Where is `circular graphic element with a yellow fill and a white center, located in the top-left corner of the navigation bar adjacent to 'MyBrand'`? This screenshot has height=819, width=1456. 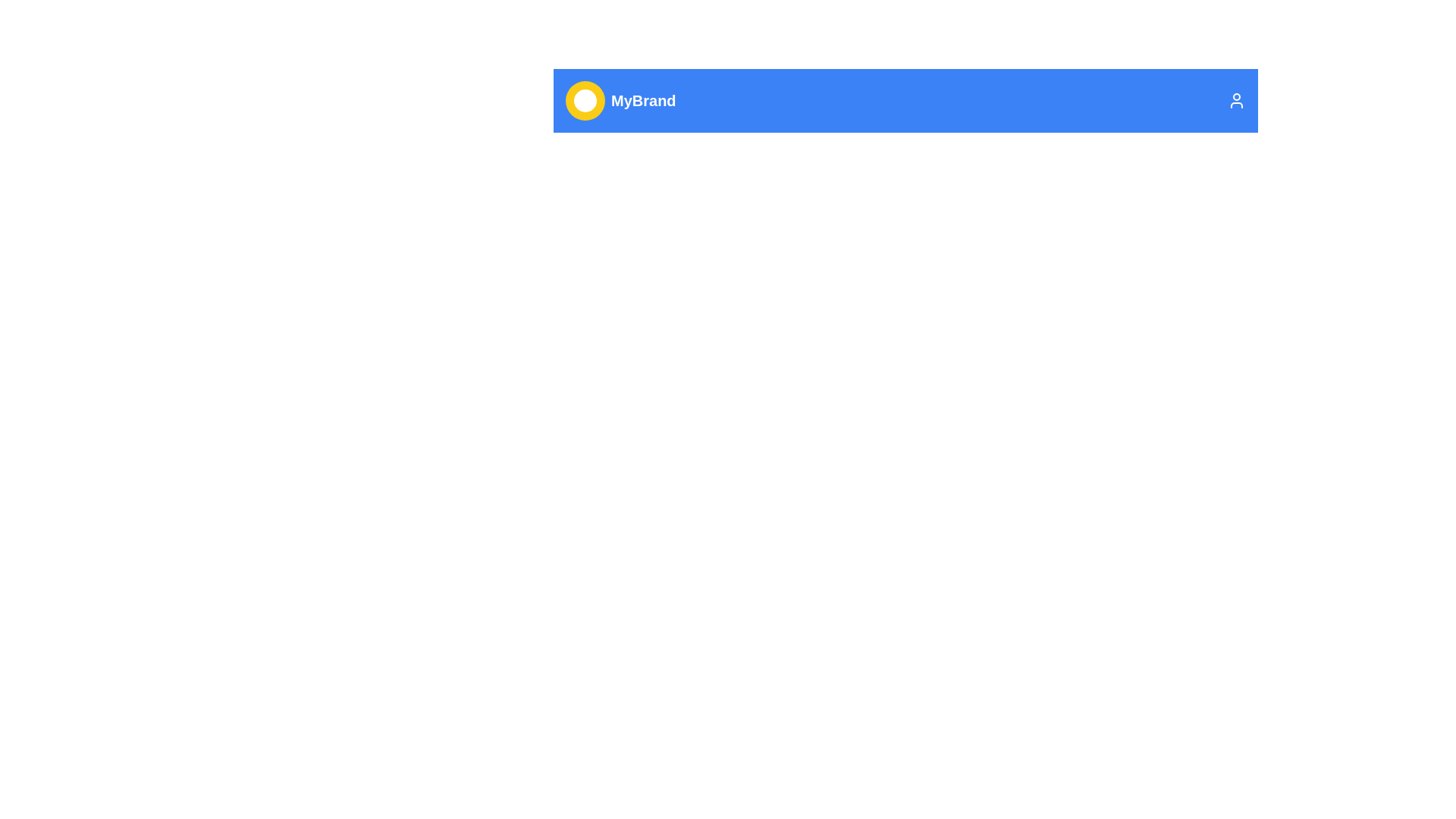 circular graphic element with a yellow fill and a white center, located in the top-left corner of the navigation bar adjacent to 'MyBrand' is located at coordinates (585, 100).